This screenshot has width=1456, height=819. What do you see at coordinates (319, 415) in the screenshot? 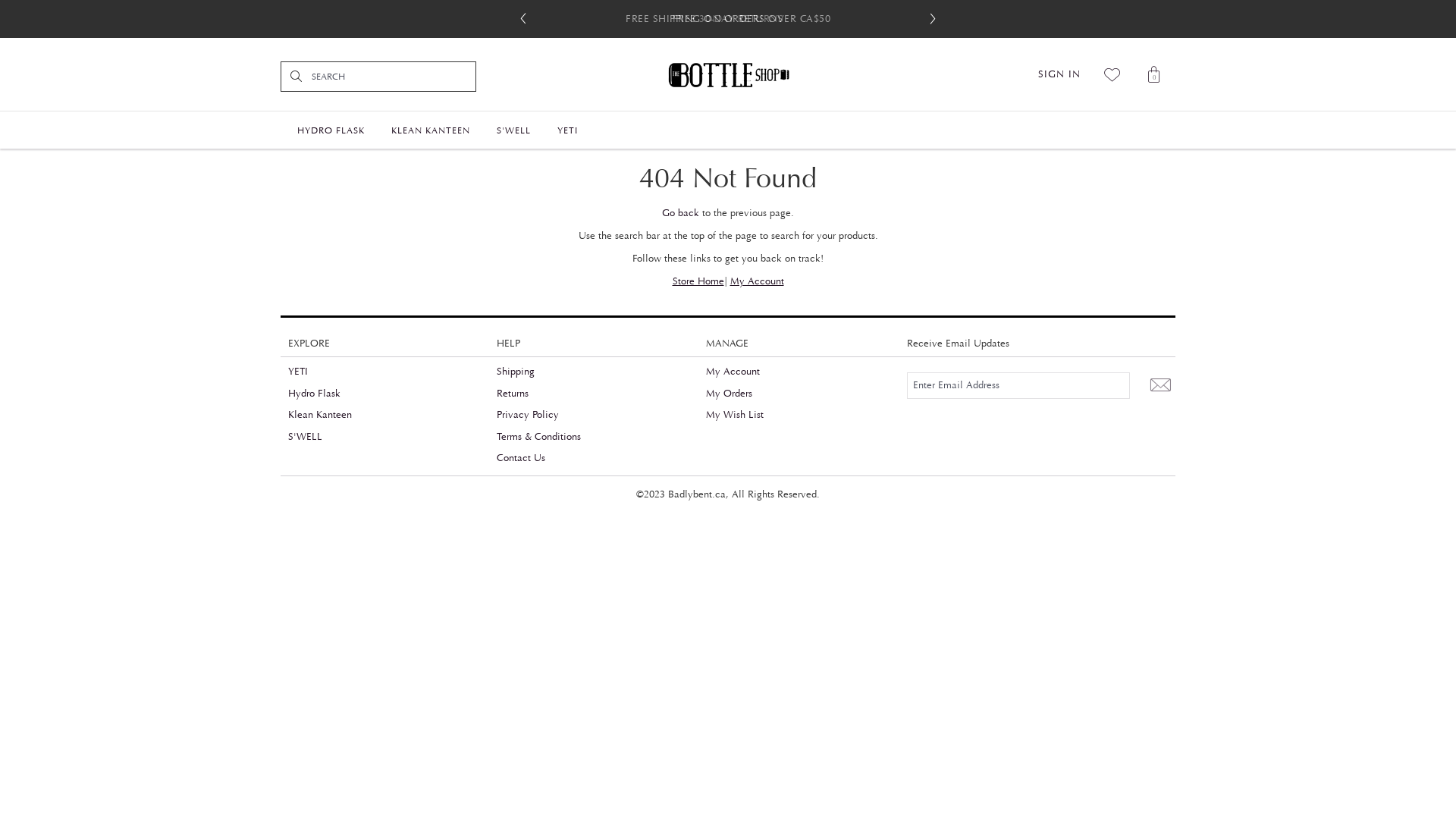
I see `'Klean Kanteen'` at bounding box center [319, 415].